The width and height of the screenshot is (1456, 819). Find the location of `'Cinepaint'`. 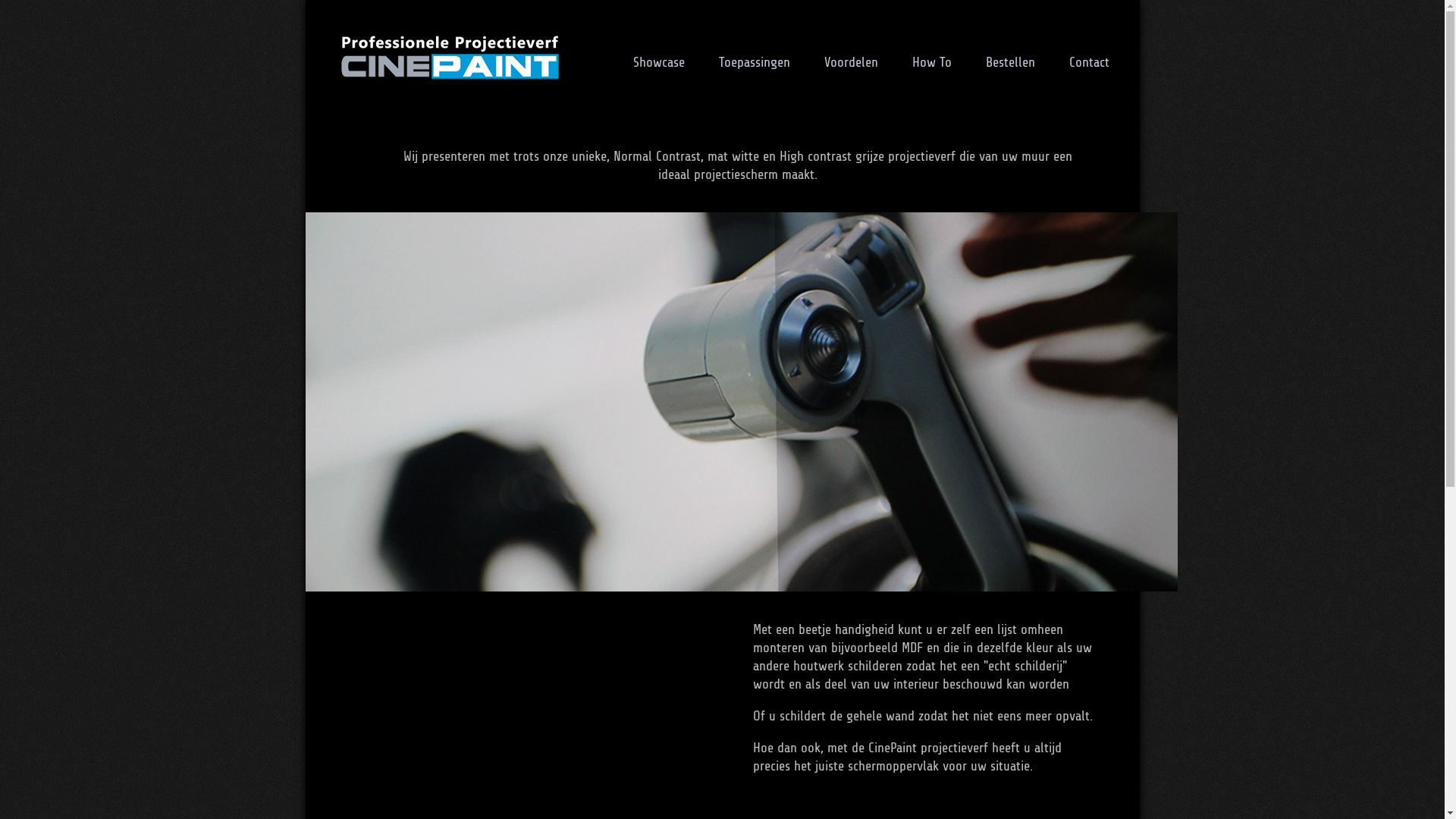

'Cinepaint' is located at coordinates (447, 55).